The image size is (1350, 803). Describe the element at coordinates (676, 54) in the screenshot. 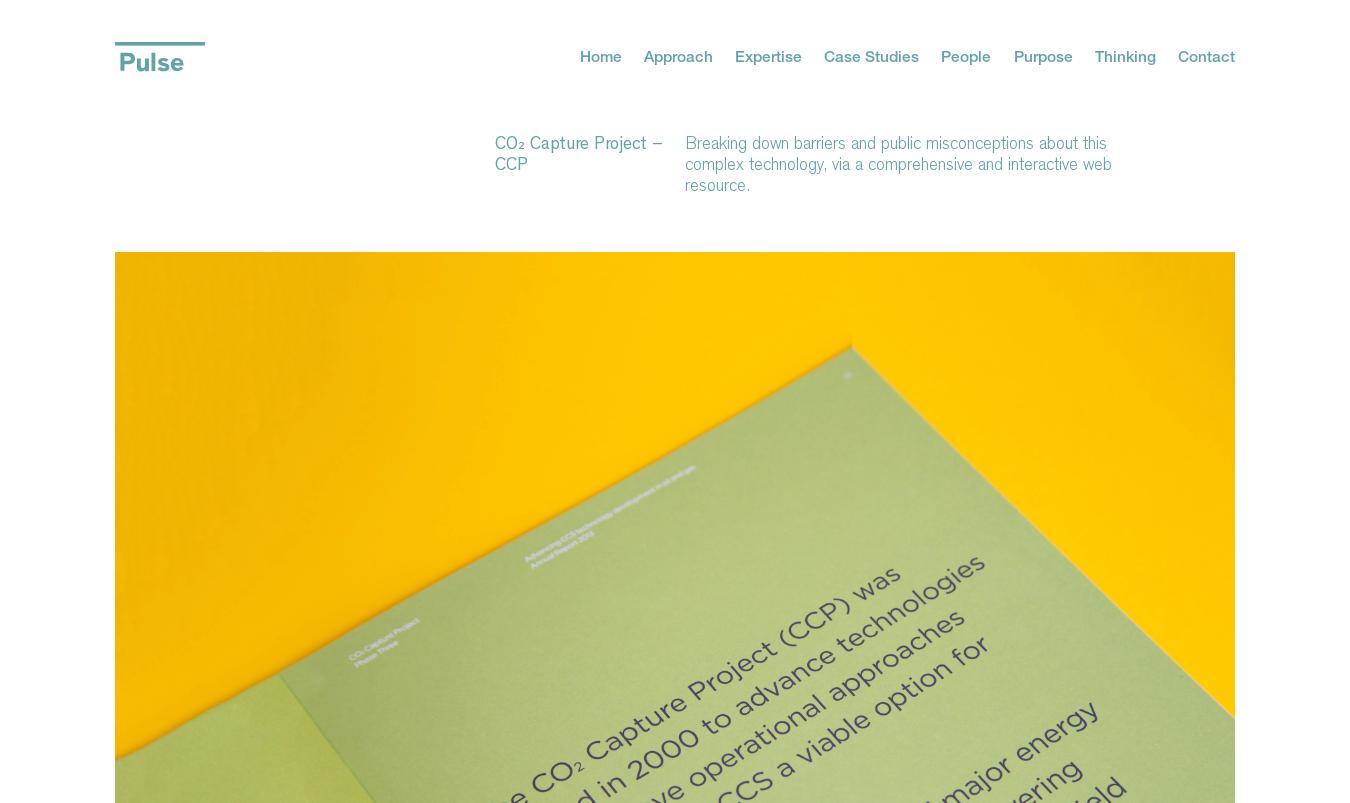

I see `'Approach'` at that location.